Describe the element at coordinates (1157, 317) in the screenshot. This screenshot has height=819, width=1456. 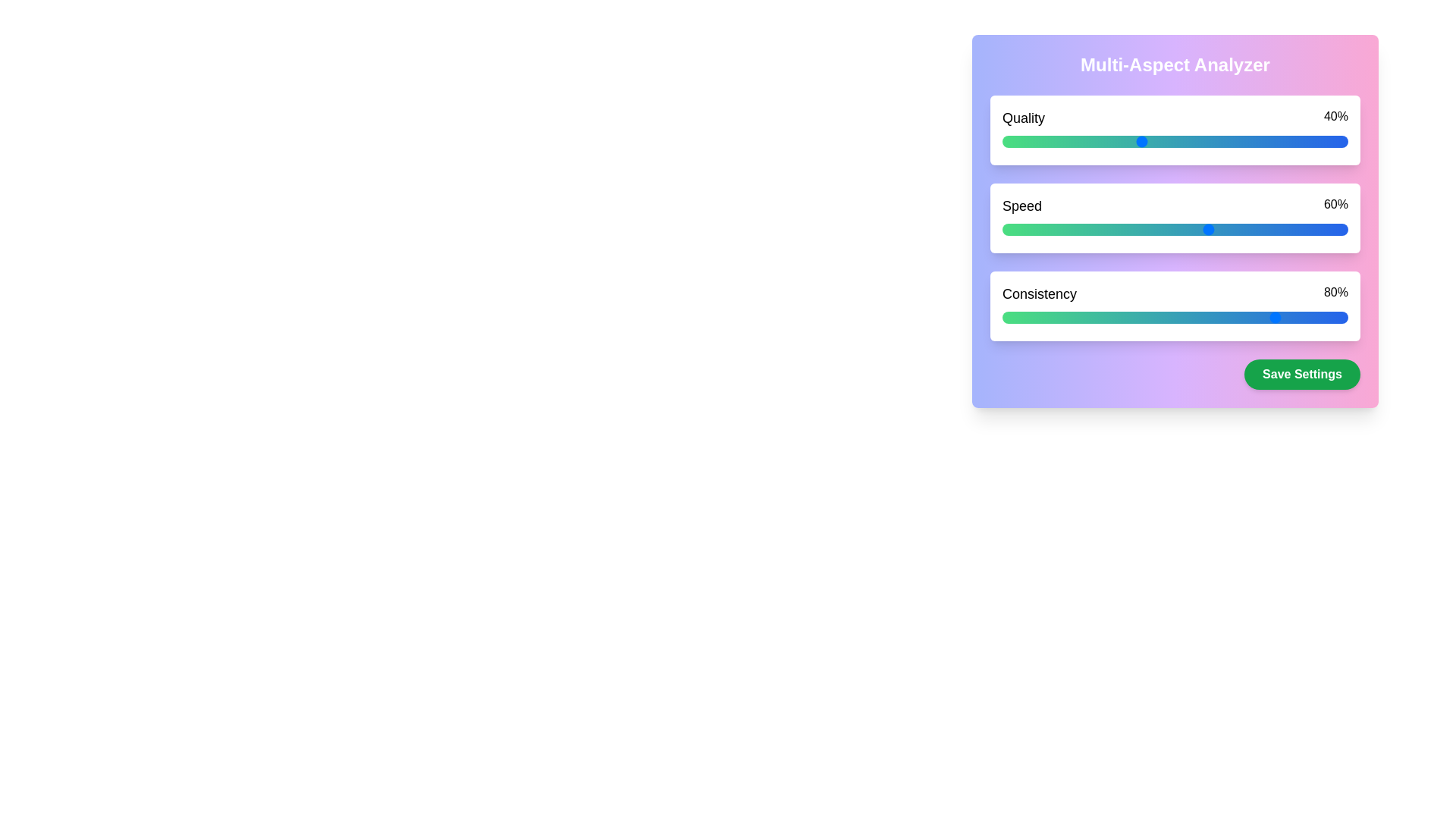
I see `Consistency` at that location.